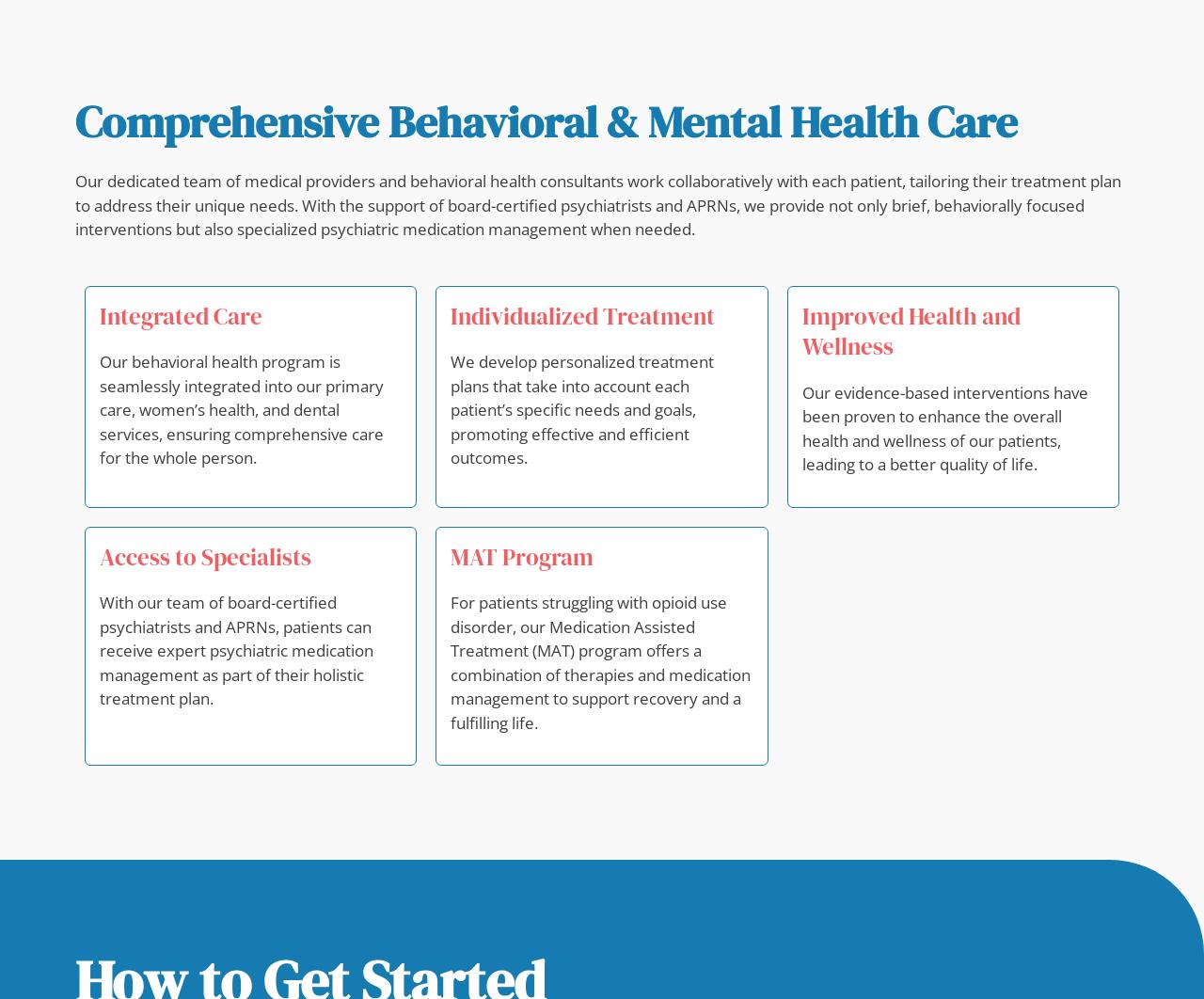 Image resolution: width=1204 pixels, height=999 pixels. I want to click on 'MAT Program', so click(522, 556).